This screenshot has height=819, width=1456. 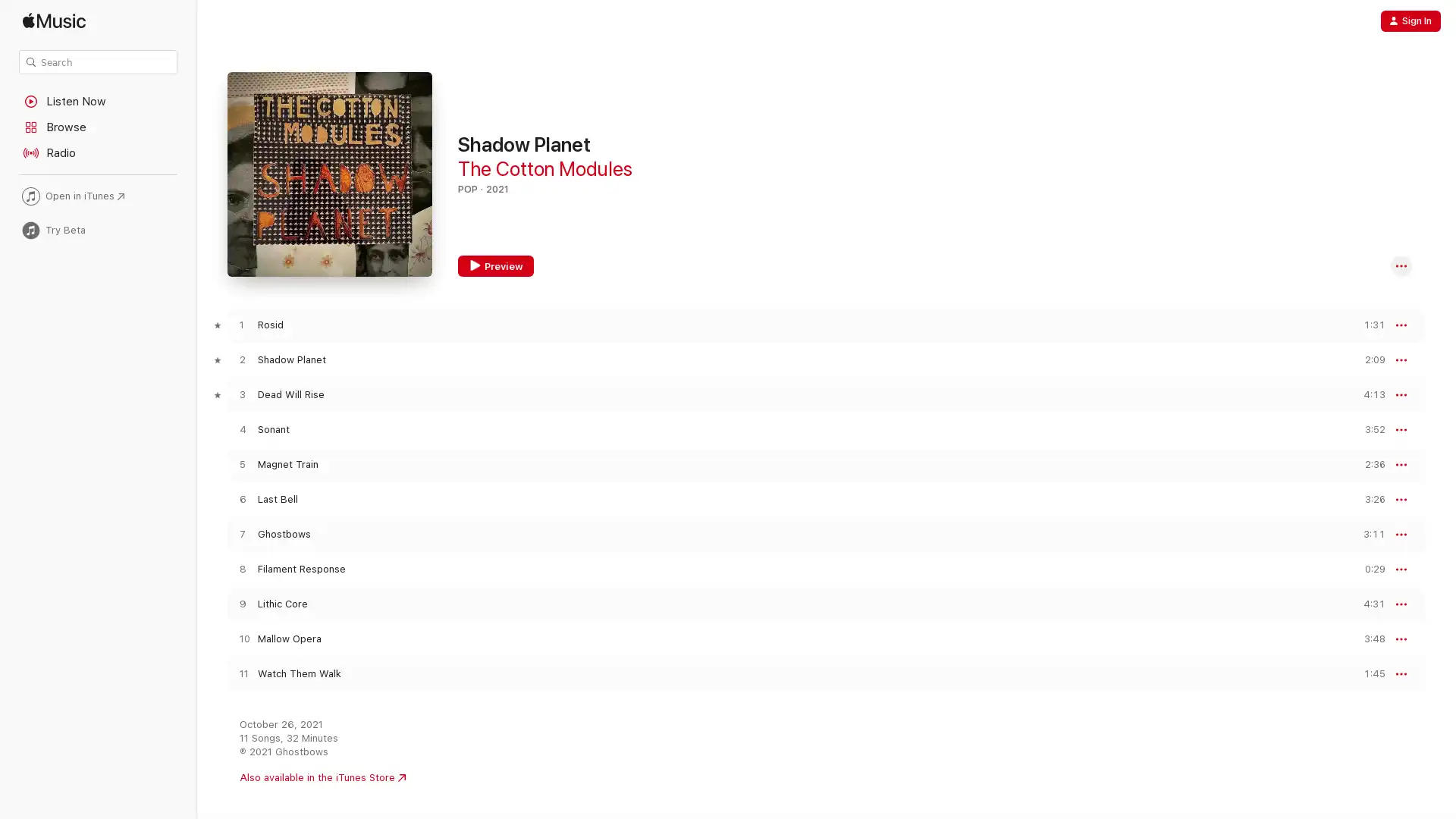 I want to click on More, so click(x=1401, y=324).